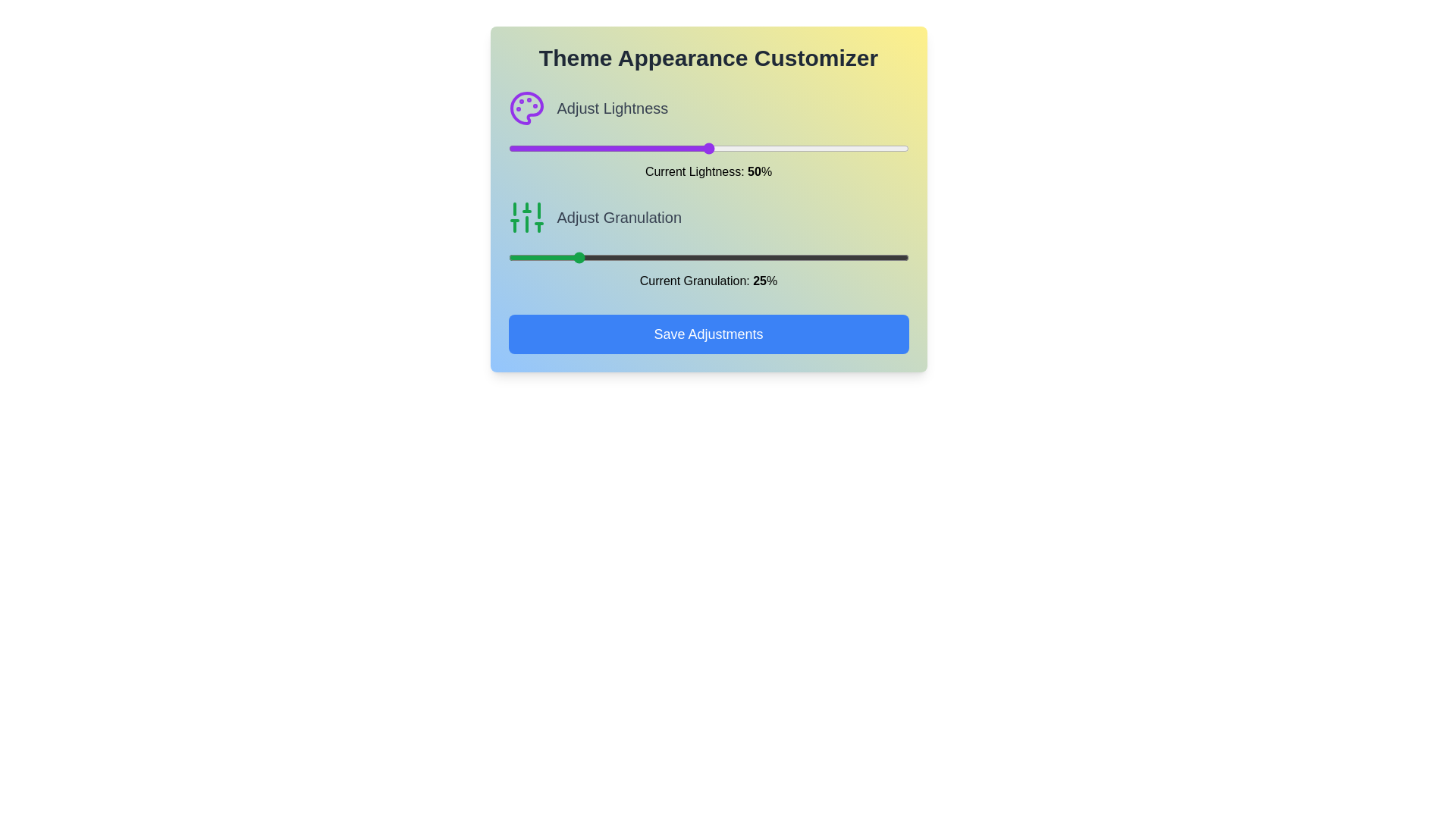 This screenshot has height=819, width=1456. I want to click on the lightness slider to 9%, so click(544, 149).